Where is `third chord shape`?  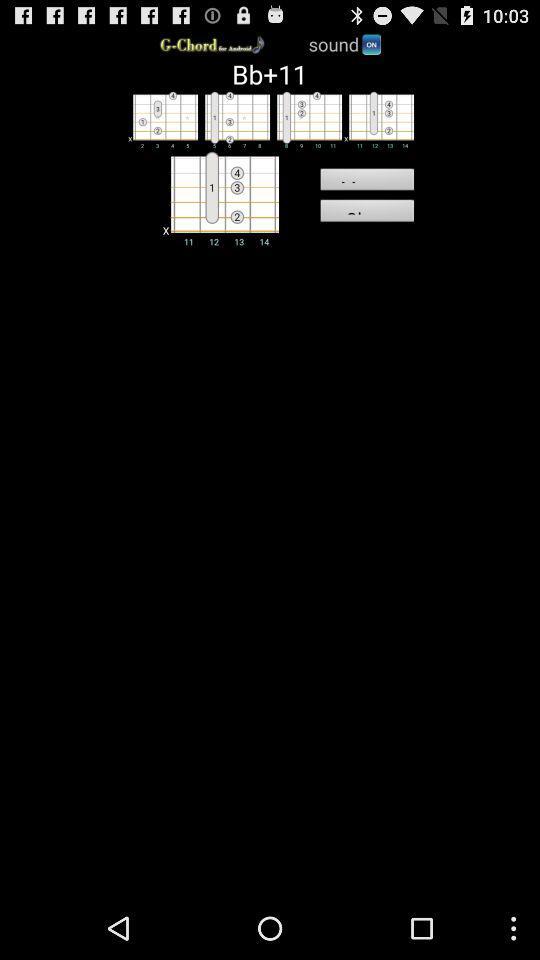 third chord shape is located at coordinates (306, 119).